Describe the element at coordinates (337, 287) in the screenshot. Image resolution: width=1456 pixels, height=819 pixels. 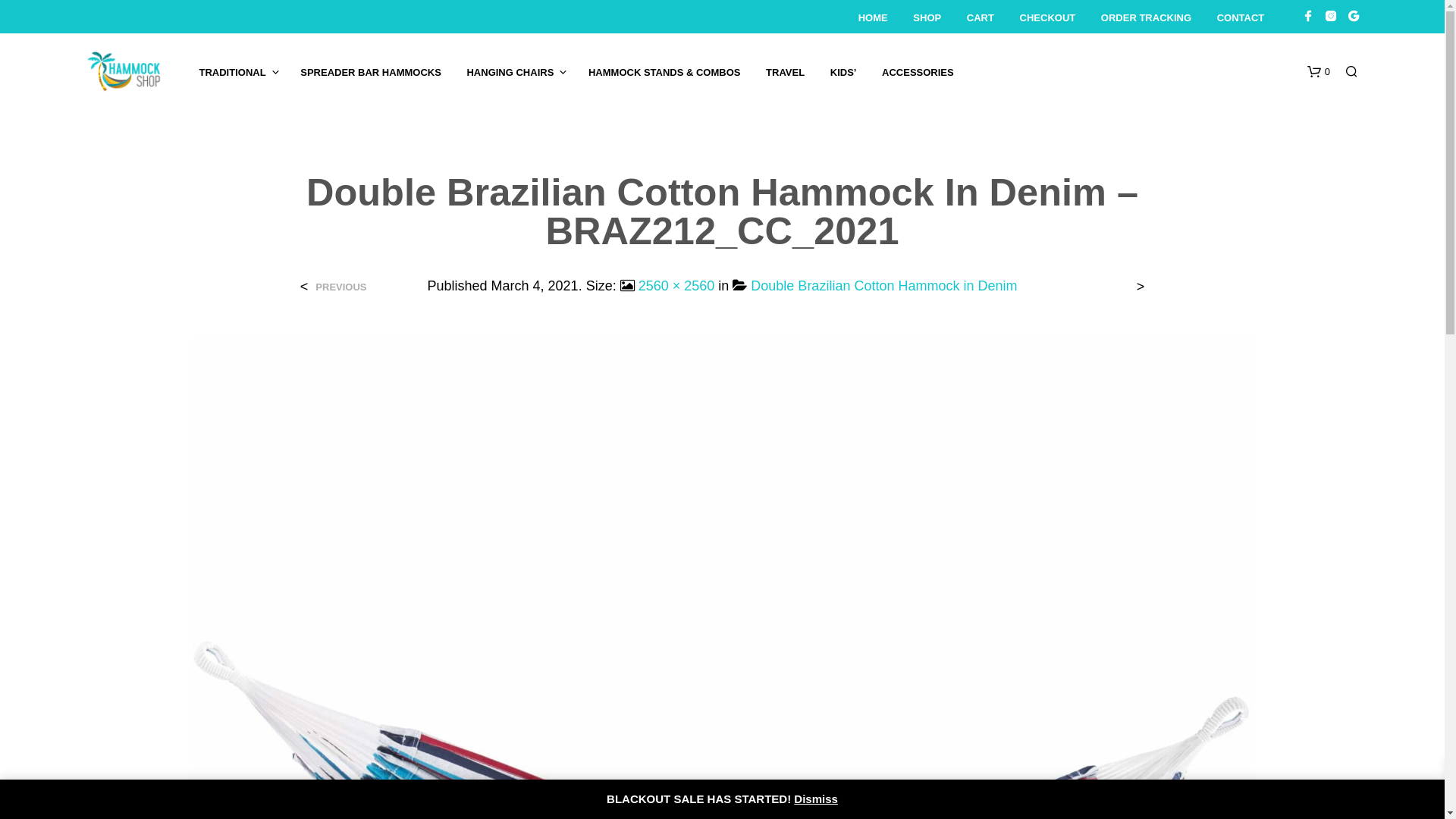
I see `'PREVIOUS'` at that location.